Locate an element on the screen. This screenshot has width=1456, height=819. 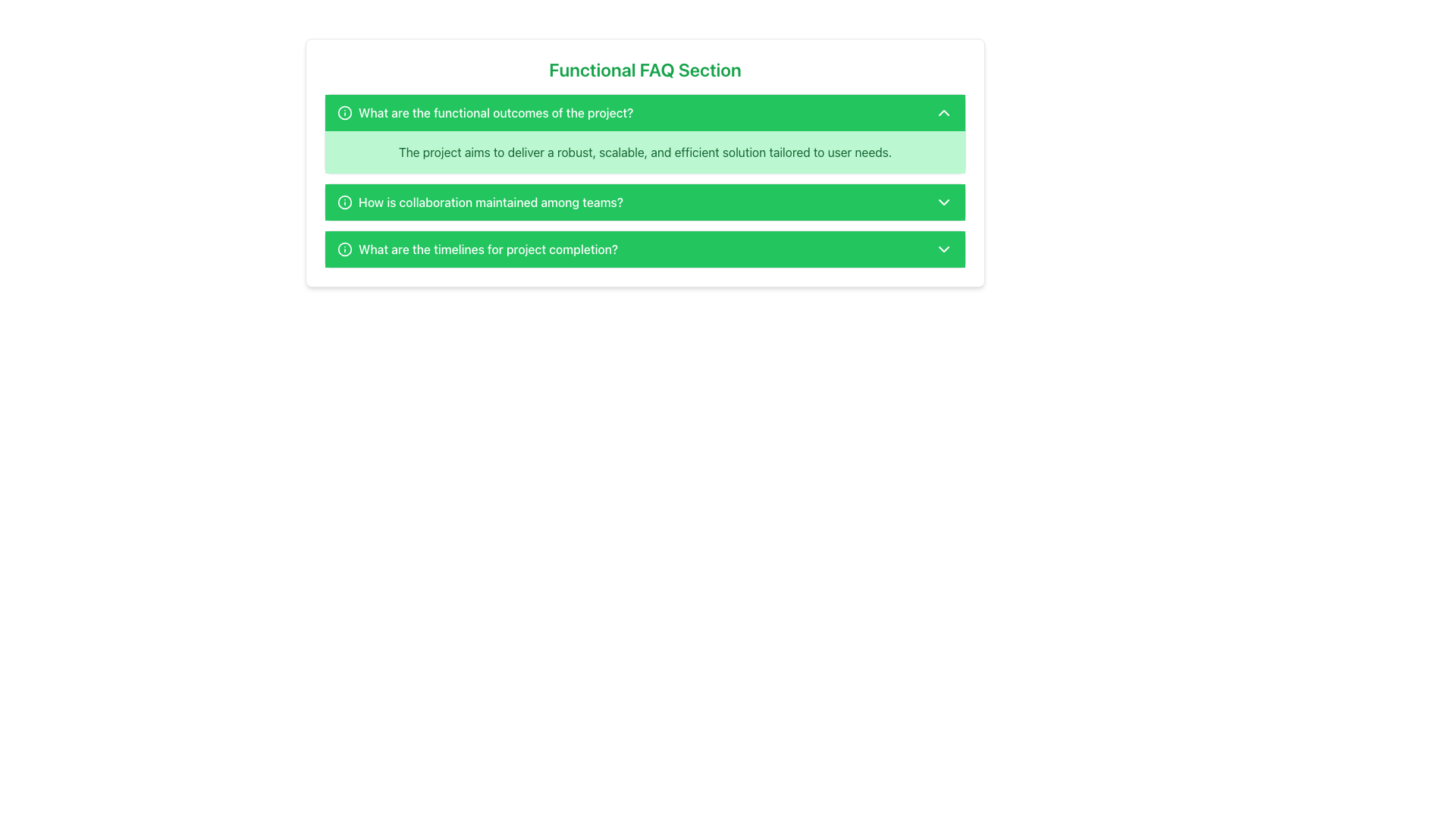
the circular outlined information icon with an 'i' symbol inside, located to the left of the question text in the first row of the accordion-like list, to understand its contextual meaning is located at coordinates (344, 112).